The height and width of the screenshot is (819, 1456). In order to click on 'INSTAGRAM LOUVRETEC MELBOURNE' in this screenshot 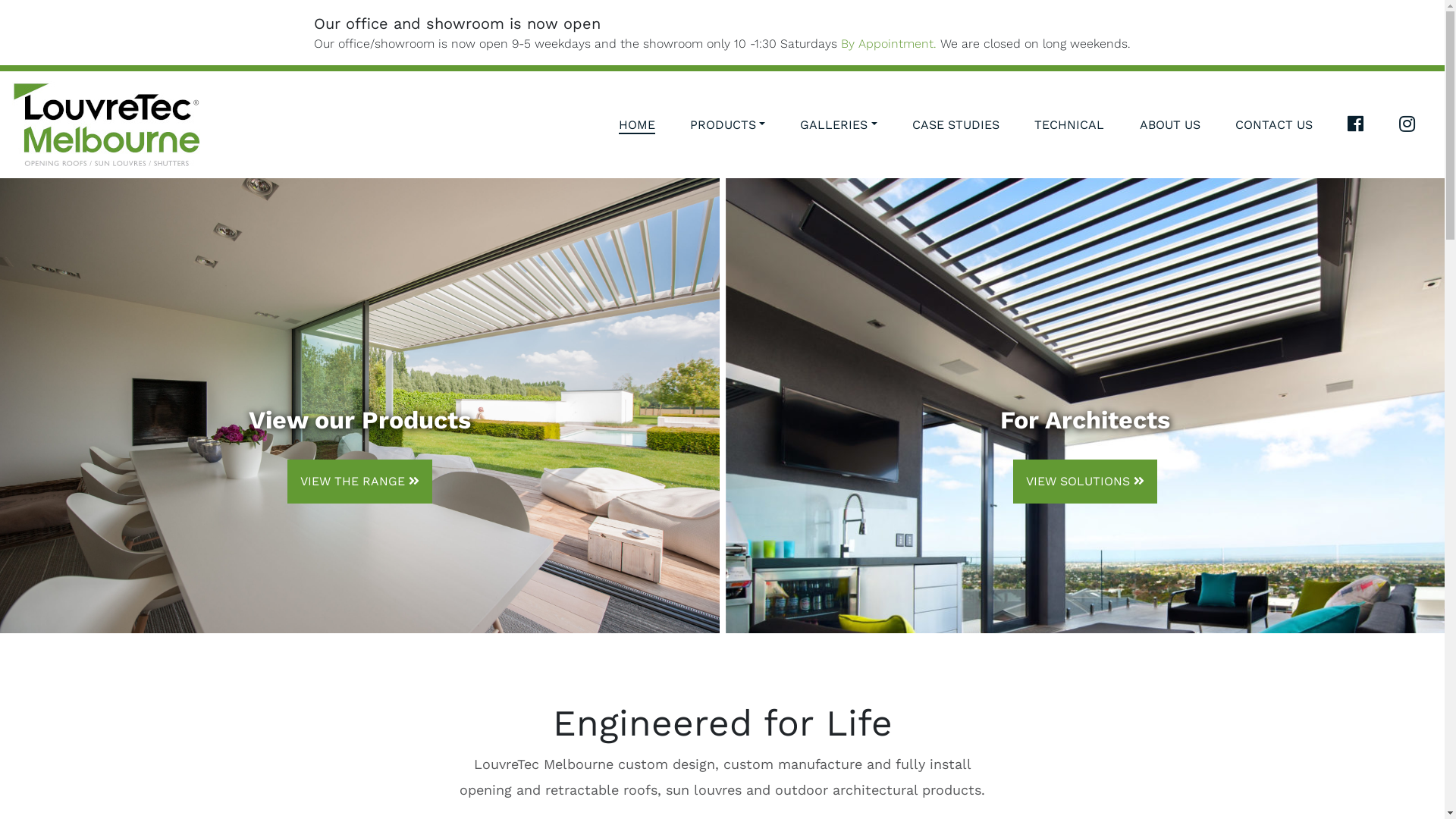, I will do `click(1406, 124)`.